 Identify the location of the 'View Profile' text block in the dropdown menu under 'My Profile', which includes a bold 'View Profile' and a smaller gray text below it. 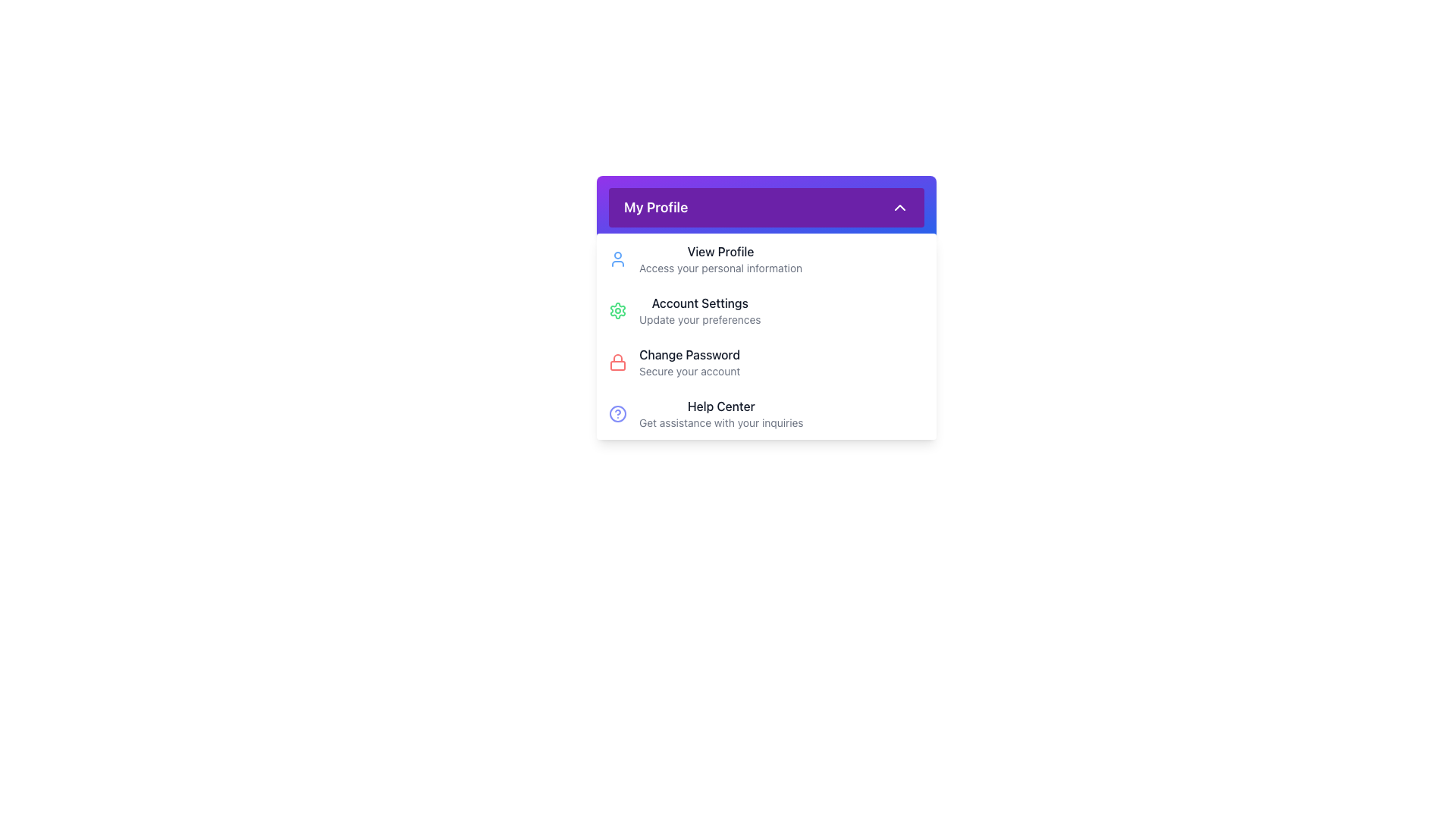
(720, 259).